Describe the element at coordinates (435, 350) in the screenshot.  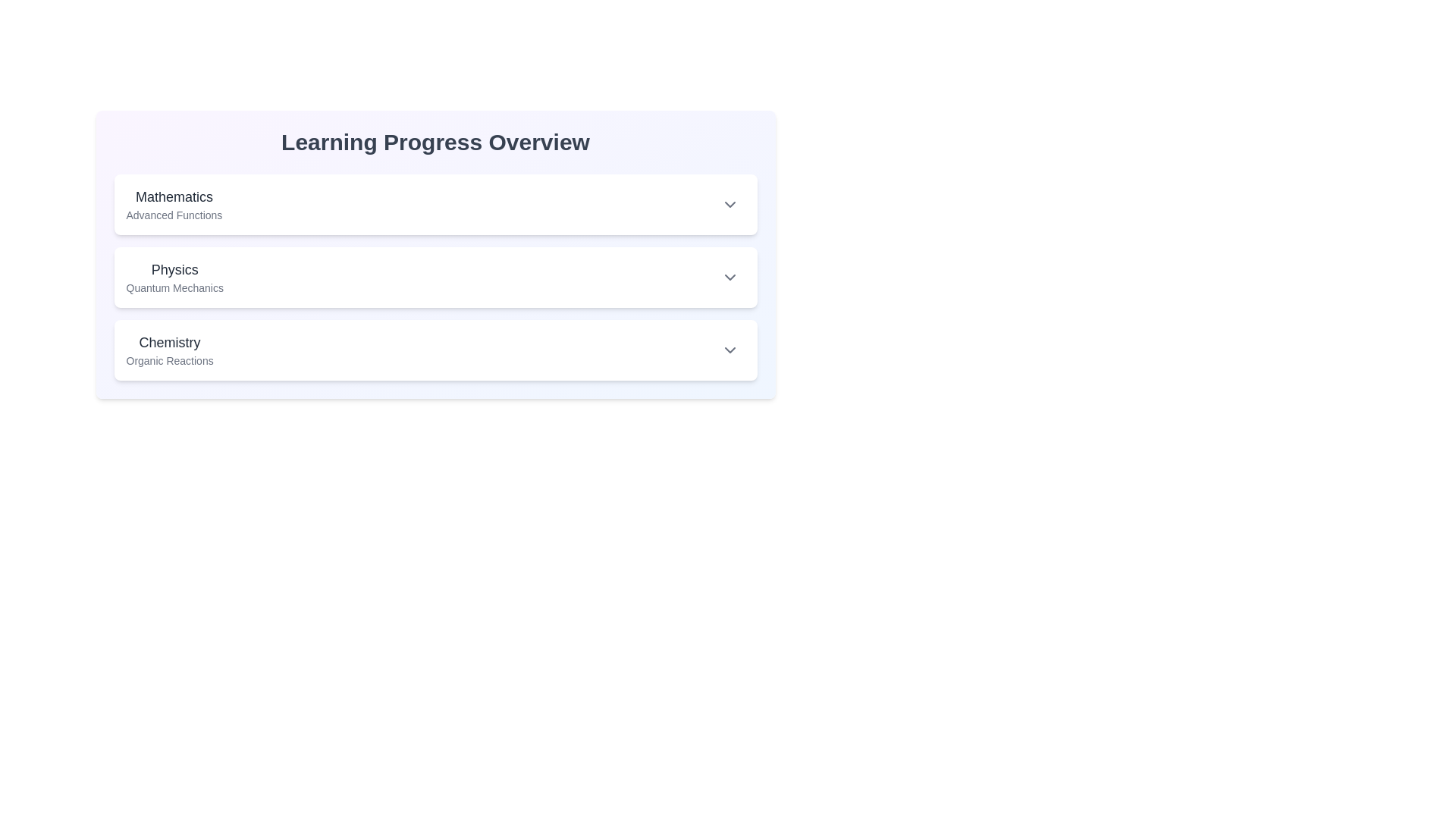
I see `the Collapsible category header titled 'Chemistry' for navigation by clicking on the drop-down arrow icon located on the right` at that location.